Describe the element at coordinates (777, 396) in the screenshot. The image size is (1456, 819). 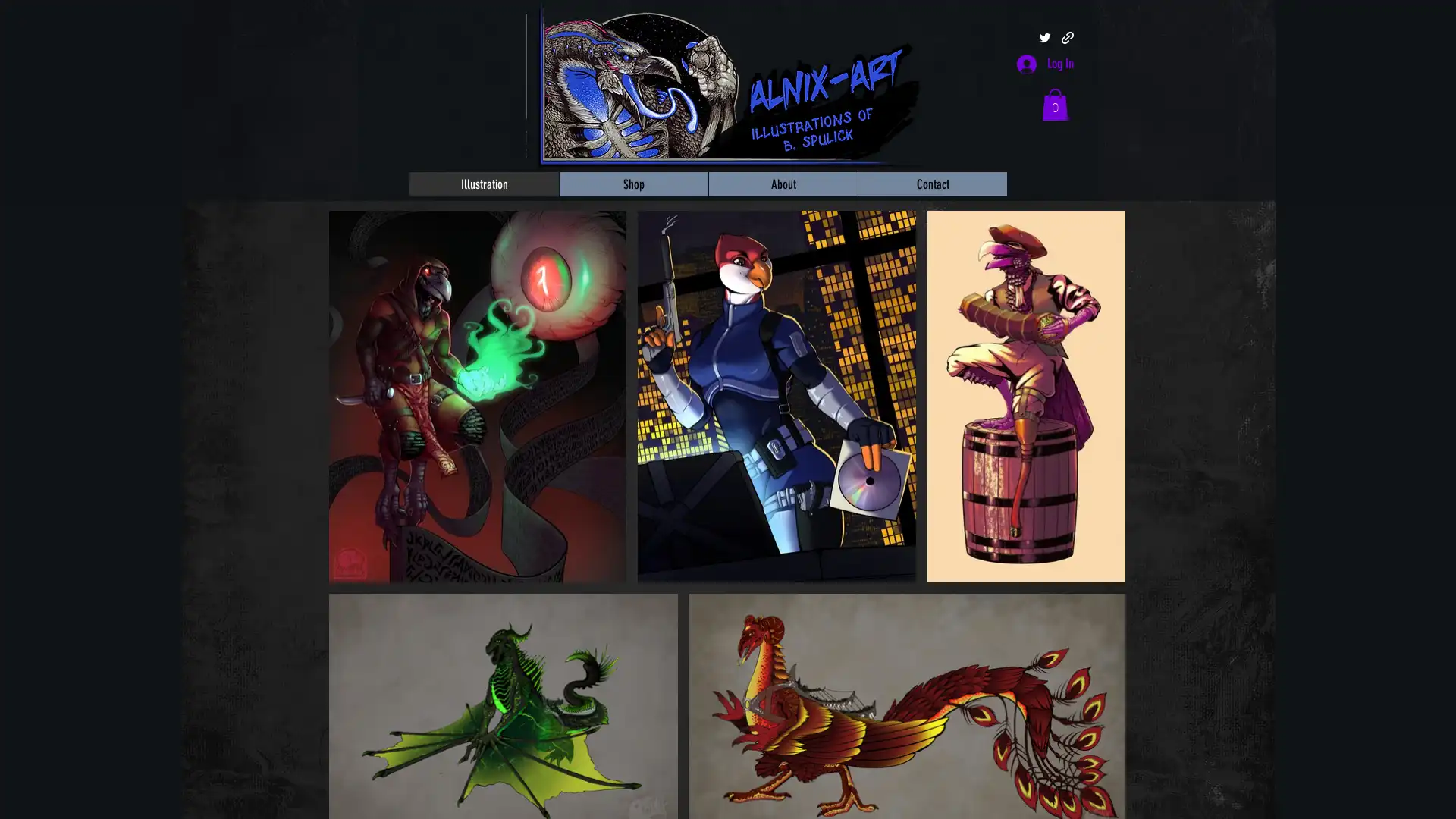
I see `MaladashIllustrationFA.jpg` at that location.